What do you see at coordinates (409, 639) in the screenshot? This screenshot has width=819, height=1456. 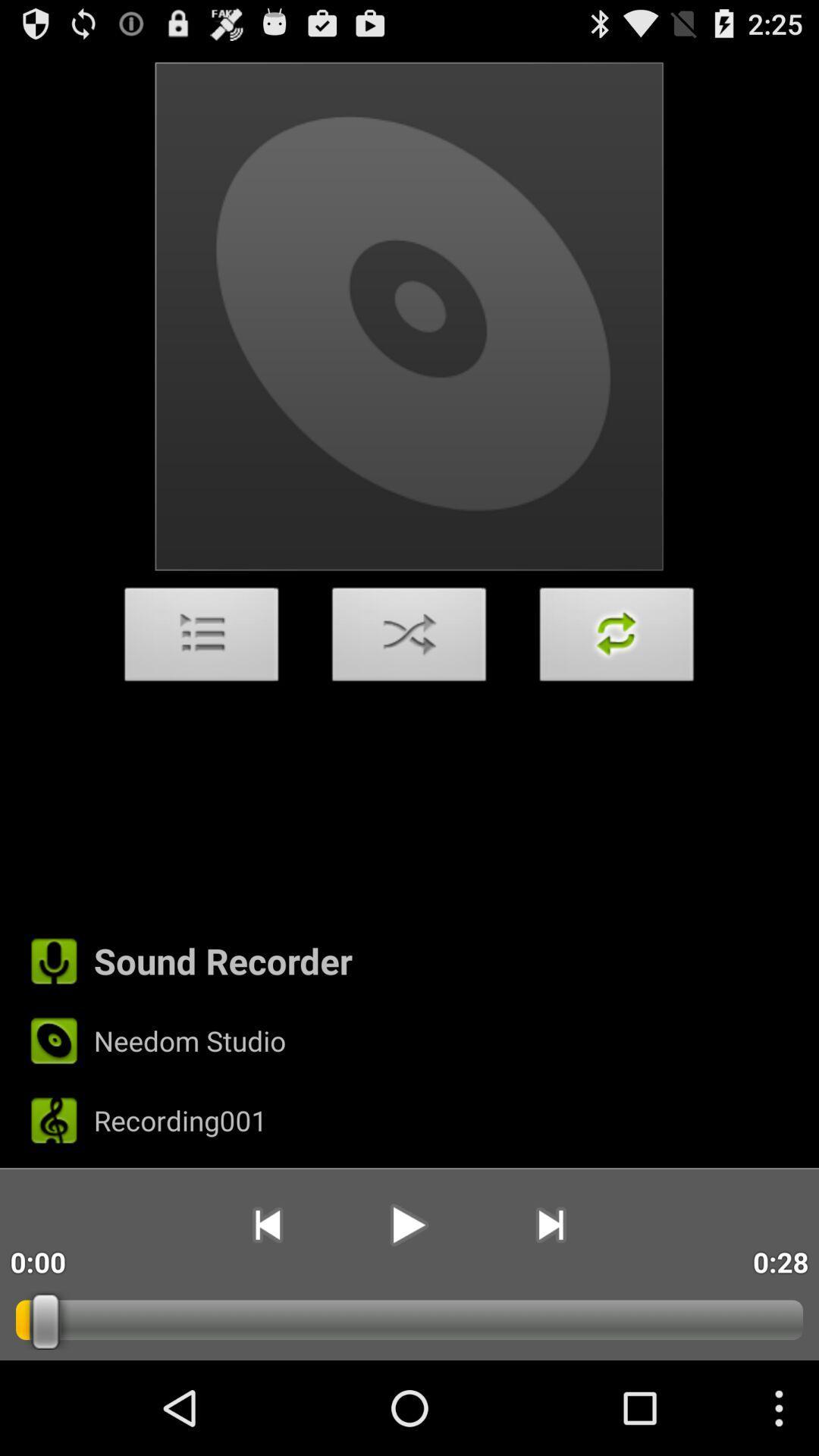 I see `the app above the sound recorder` at bounding box center [409, 639].